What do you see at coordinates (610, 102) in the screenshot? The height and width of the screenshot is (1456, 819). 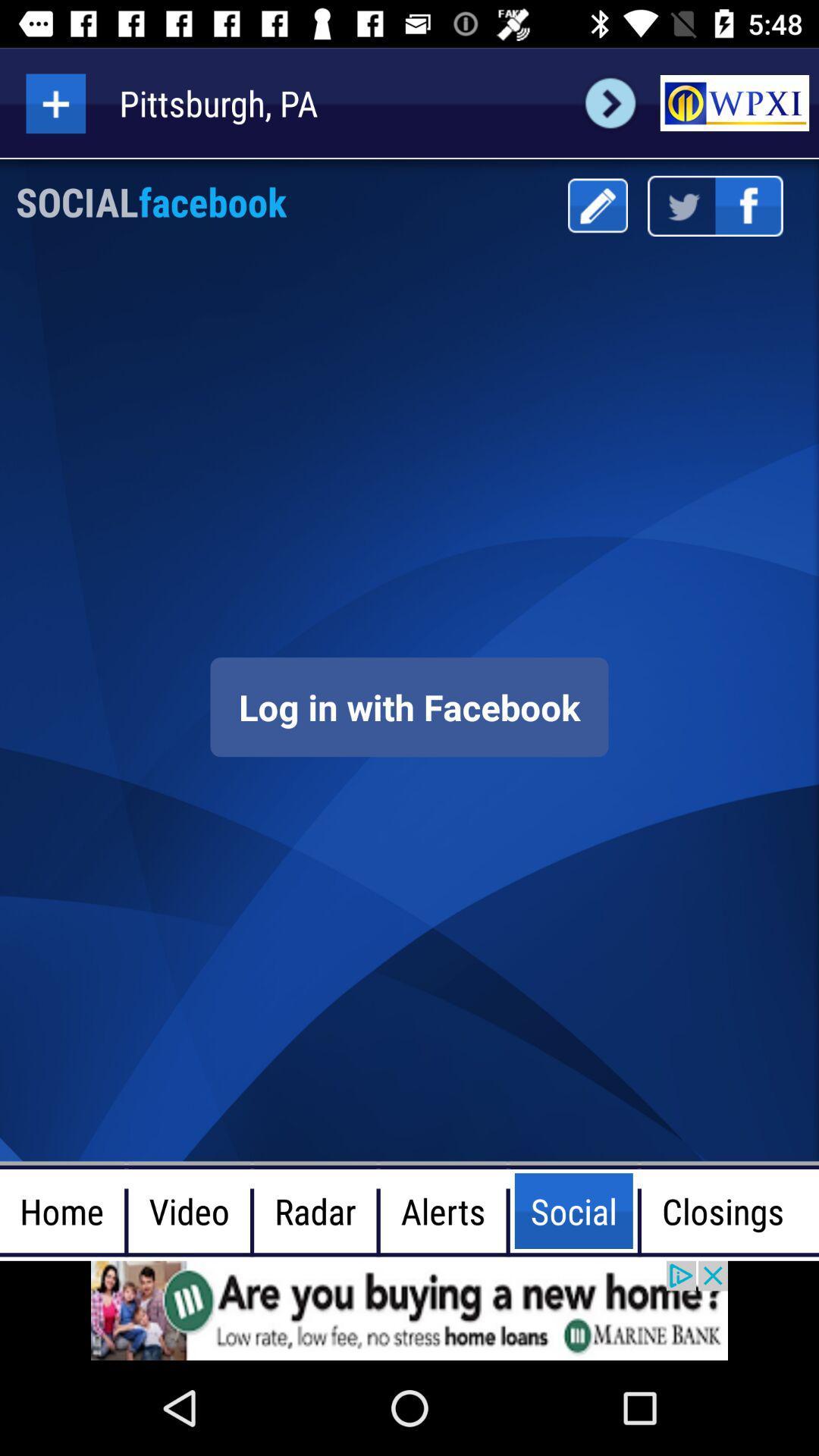 I see `the arrow_forward icon` at bounding box center [610, 102].